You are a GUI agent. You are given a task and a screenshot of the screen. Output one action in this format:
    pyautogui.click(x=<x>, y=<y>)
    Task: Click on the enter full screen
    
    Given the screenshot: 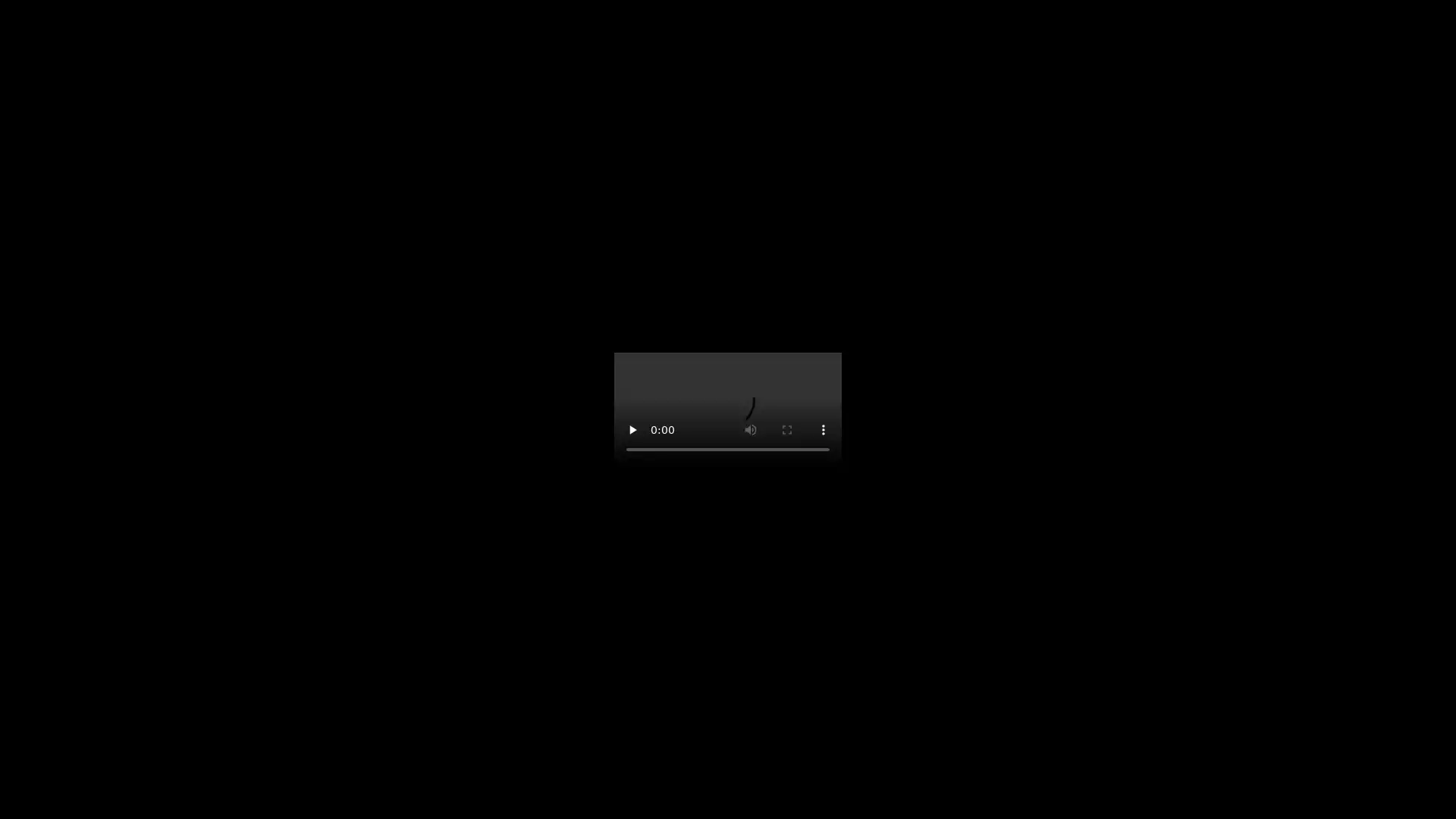 What is the action you would take?
    pyautogui.click(x=786, y=430)
    